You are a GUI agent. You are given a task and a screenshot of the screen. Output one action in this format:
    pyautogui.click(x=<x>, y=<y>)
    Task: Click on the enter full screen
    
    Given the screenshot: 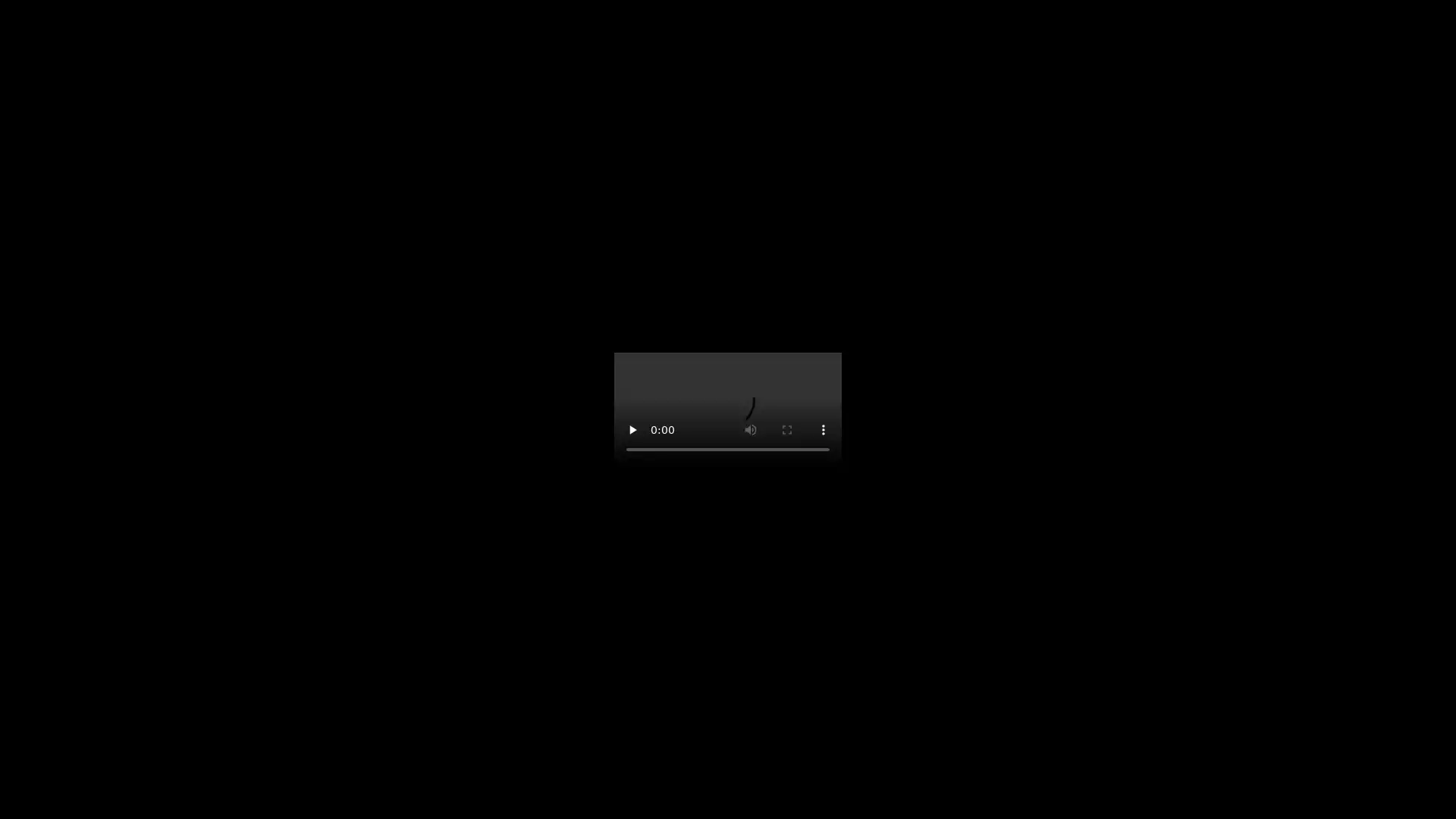 What is the action you would take?
    pyautogui.click(x=786, y=430)
    